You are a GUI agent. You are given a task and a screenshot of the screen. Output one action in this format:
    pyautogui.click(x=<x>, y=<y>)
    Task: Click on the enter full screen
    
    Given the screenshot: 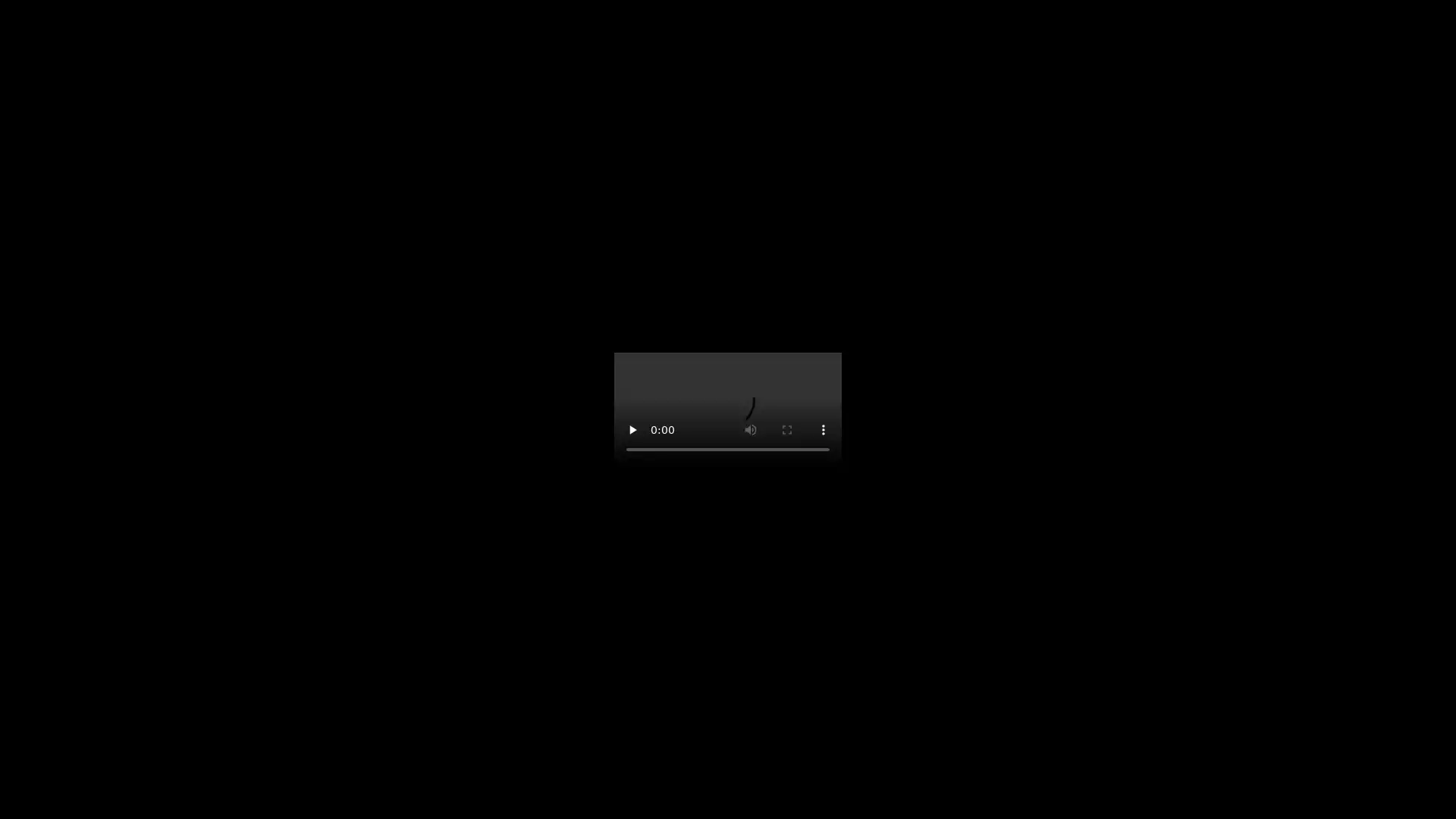 What is the action you would take?
    pyautogui.click(x=786, y=430)
    